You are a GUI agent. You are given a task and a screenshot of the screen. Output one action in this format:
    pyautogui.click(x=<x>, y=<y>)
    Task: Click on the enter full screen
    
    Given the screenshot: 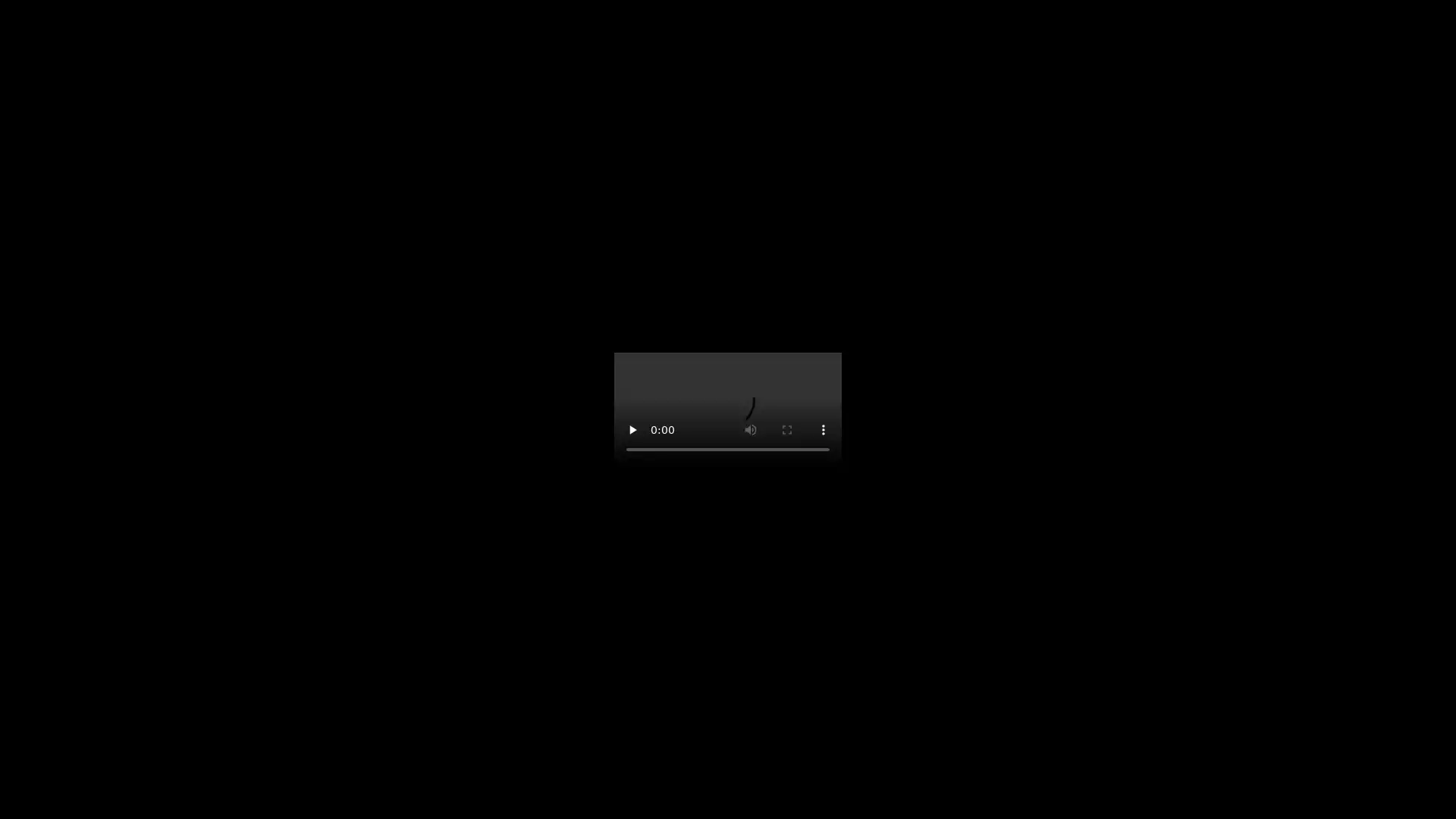 What is the action you would take?
    pyautogui.click(x=786, y=430)
    